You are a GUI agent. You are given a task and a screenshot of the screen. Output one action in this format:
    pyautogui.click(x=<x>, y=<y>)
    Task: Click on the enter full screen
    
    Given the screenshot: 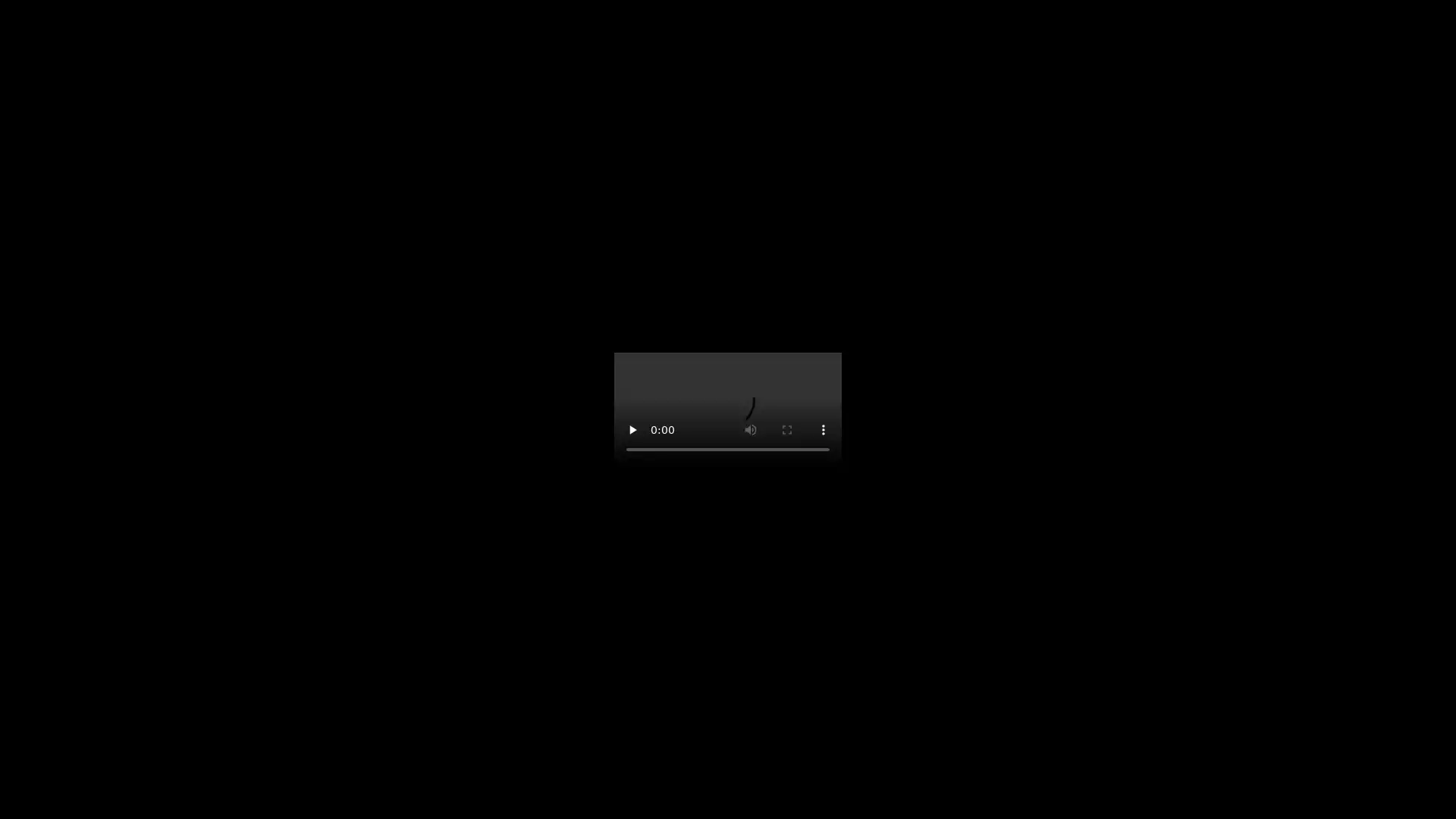 What is the action you would take?
    pyautogui.click(x=786, y=430)
    